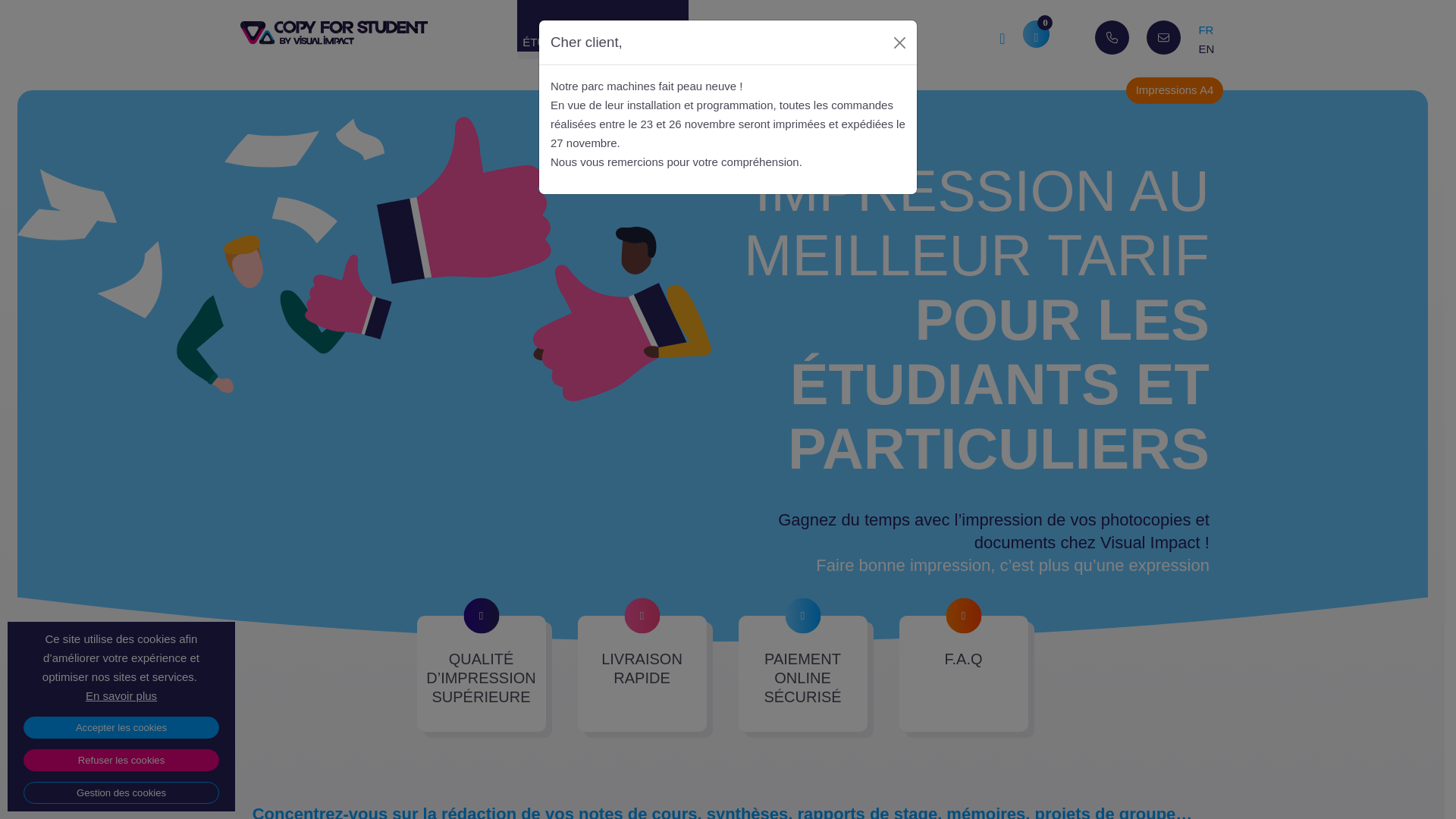 This screenshot has width=1456, height=819. Describe the element at coordinates (120, 726) in the screenshot. I see `'Accepter les cookies'` at that location.